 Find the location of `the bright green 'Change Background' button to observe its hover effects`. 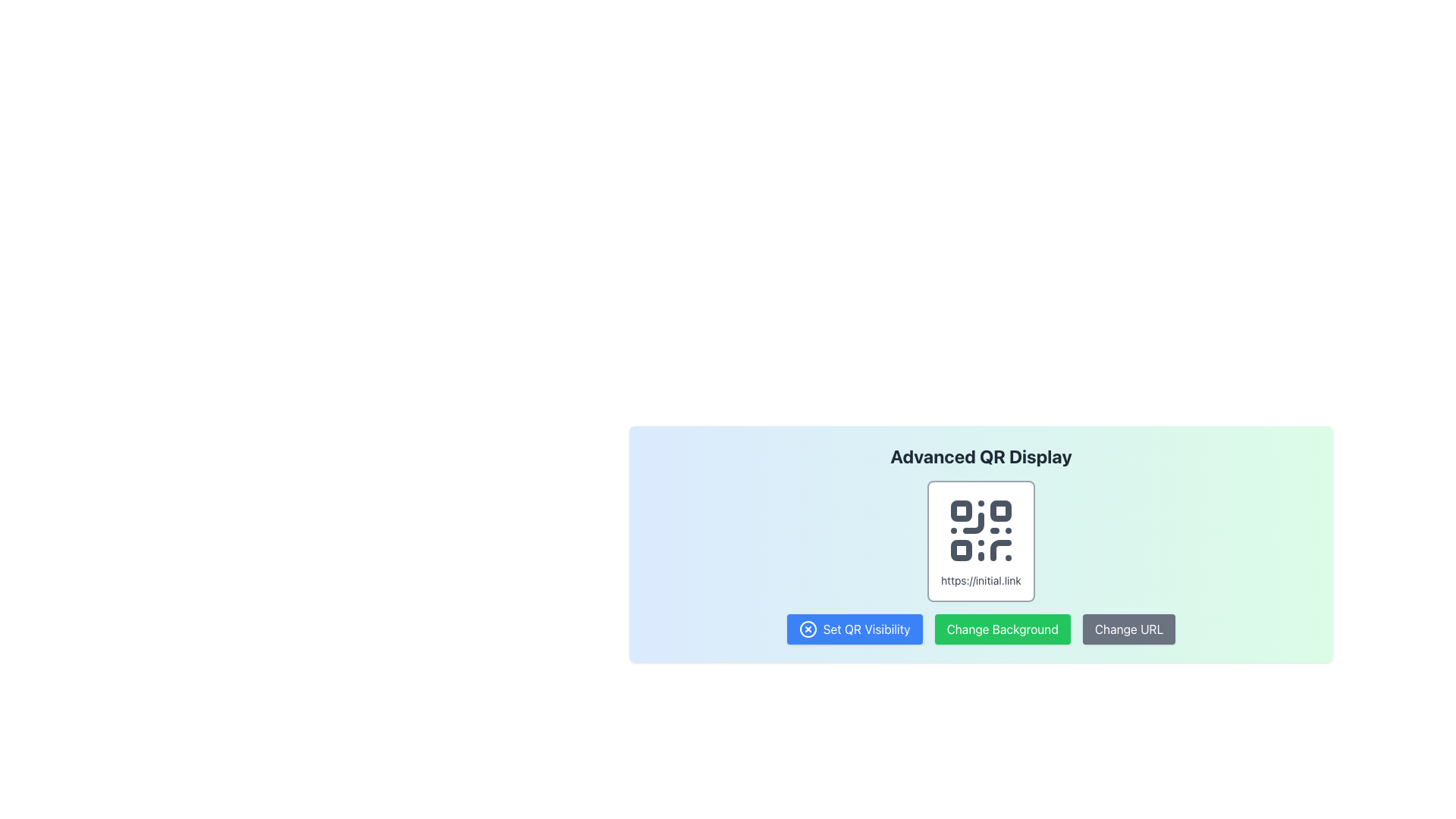

the bright green 'Change Background' button to observe its hover effects is located at coordinates (1003, 629).